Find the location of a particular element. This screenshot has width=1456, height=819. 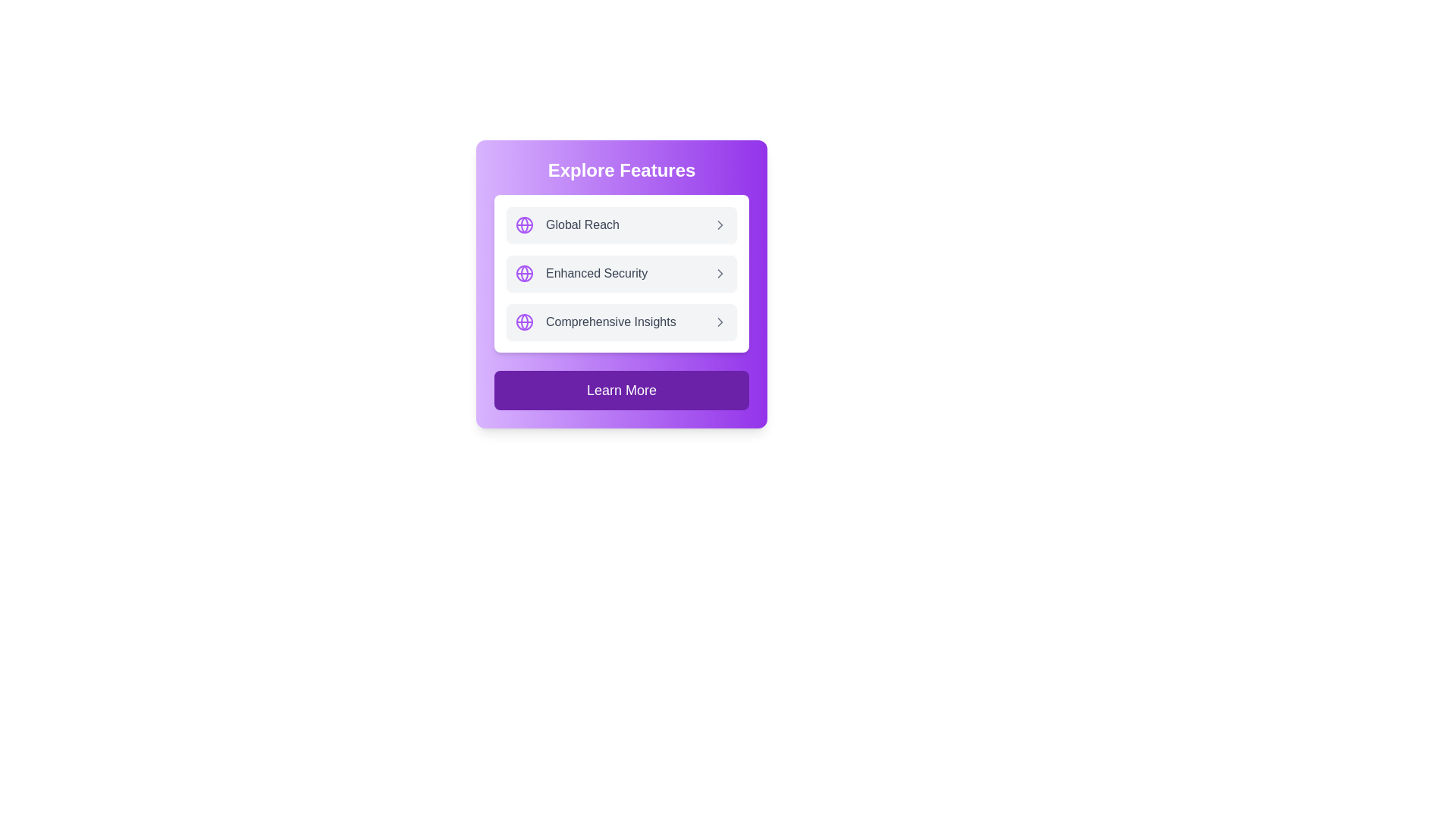

to select the 'Enhanced Security' option in the list, which is the second item with a purple globe icon on the left and a chevron icon on the right is located at coordinates (622, 274).